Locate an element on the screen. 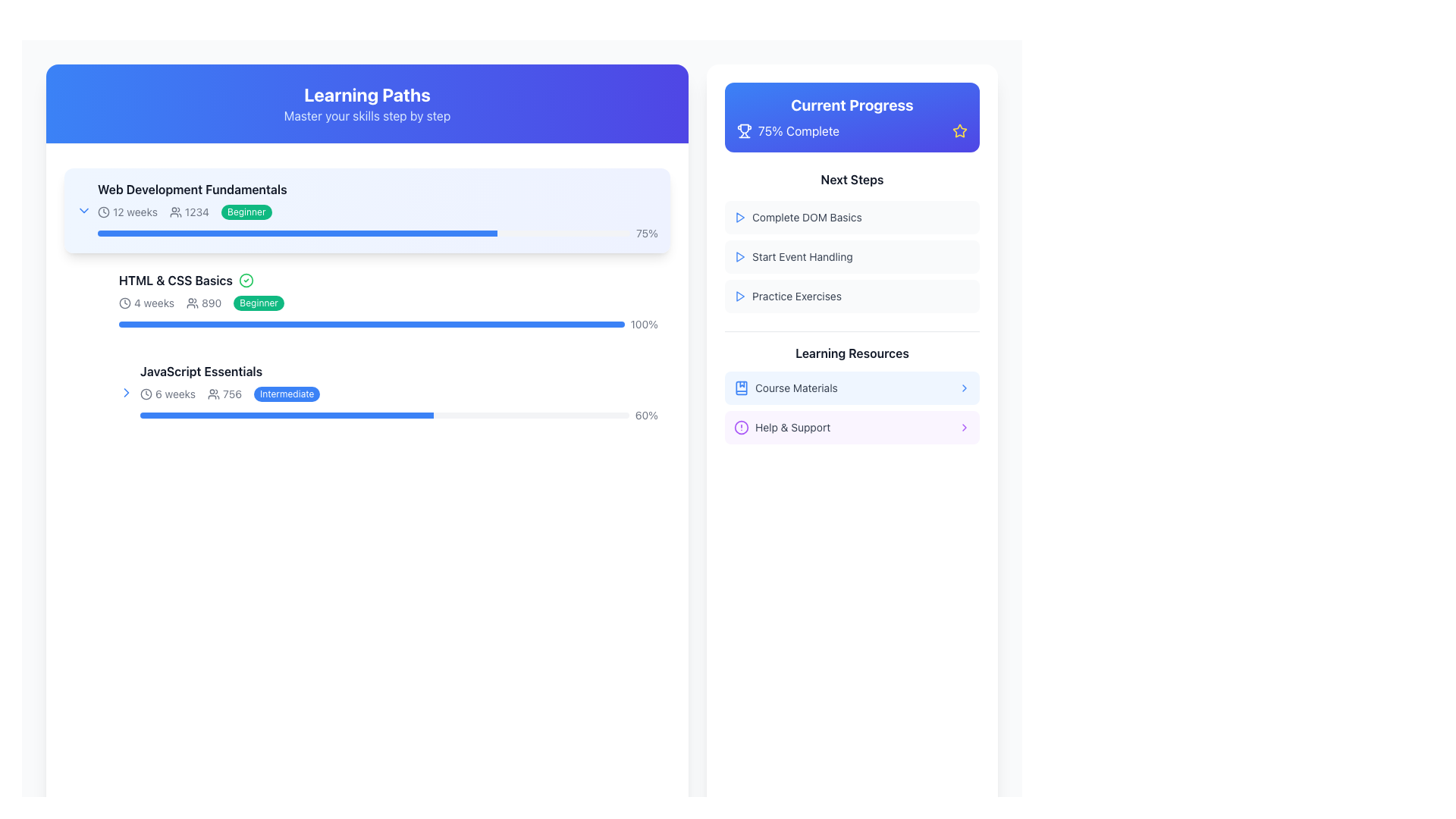  the text label indicating the duration of the course titled 'HTML & CSS Basics', located in the second section of the 'Learning Paths' module, to potentially trigger tooltip or styling effects is located at coordinates (146, 303).